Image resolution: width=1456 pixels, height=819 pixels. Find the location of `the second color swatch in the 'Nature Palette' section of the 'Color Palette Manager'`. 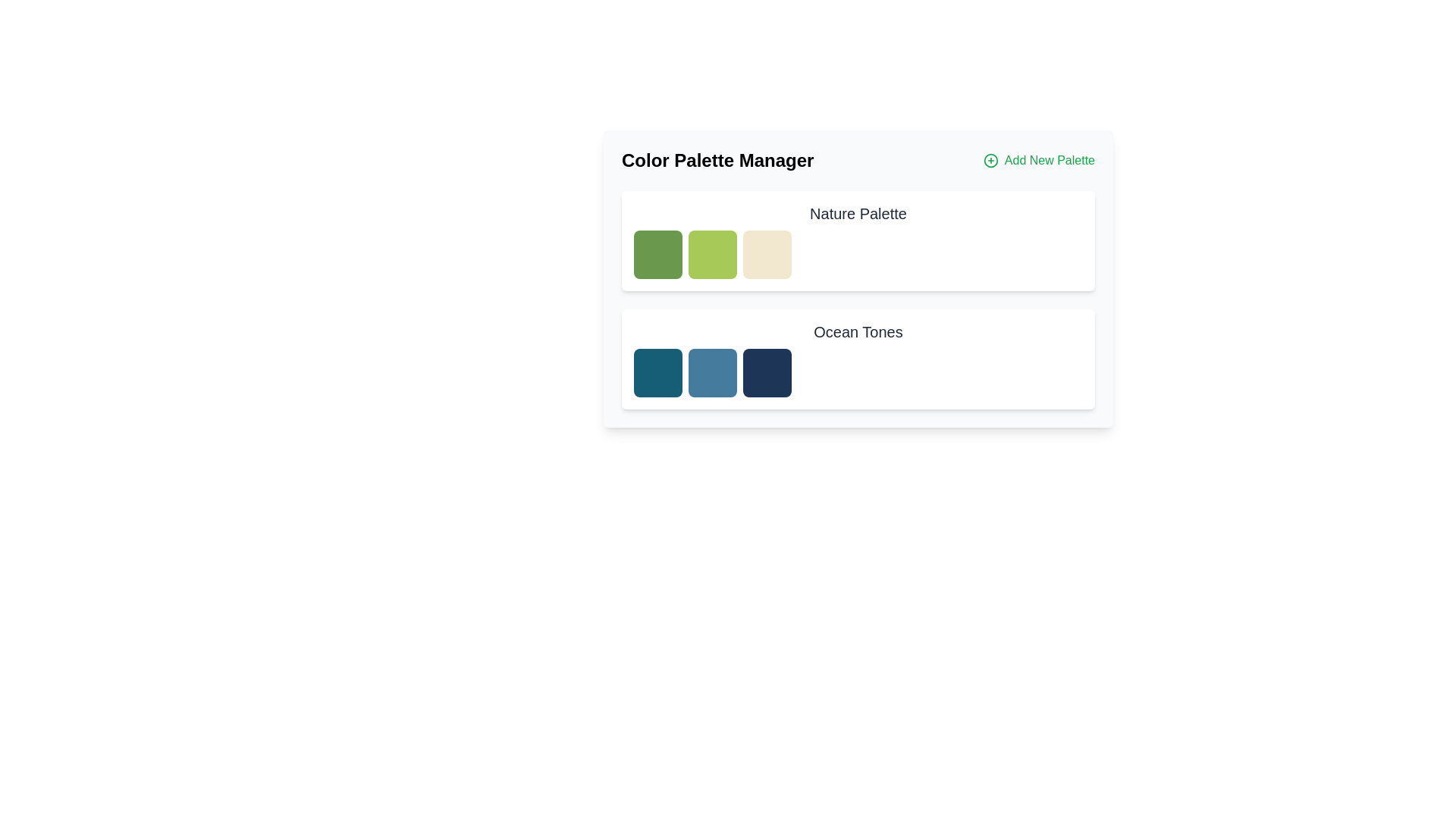

the second color swatch in the 'Nature Palette' section of the 'Color Palette Manager' is located at coordinates (712, 253).